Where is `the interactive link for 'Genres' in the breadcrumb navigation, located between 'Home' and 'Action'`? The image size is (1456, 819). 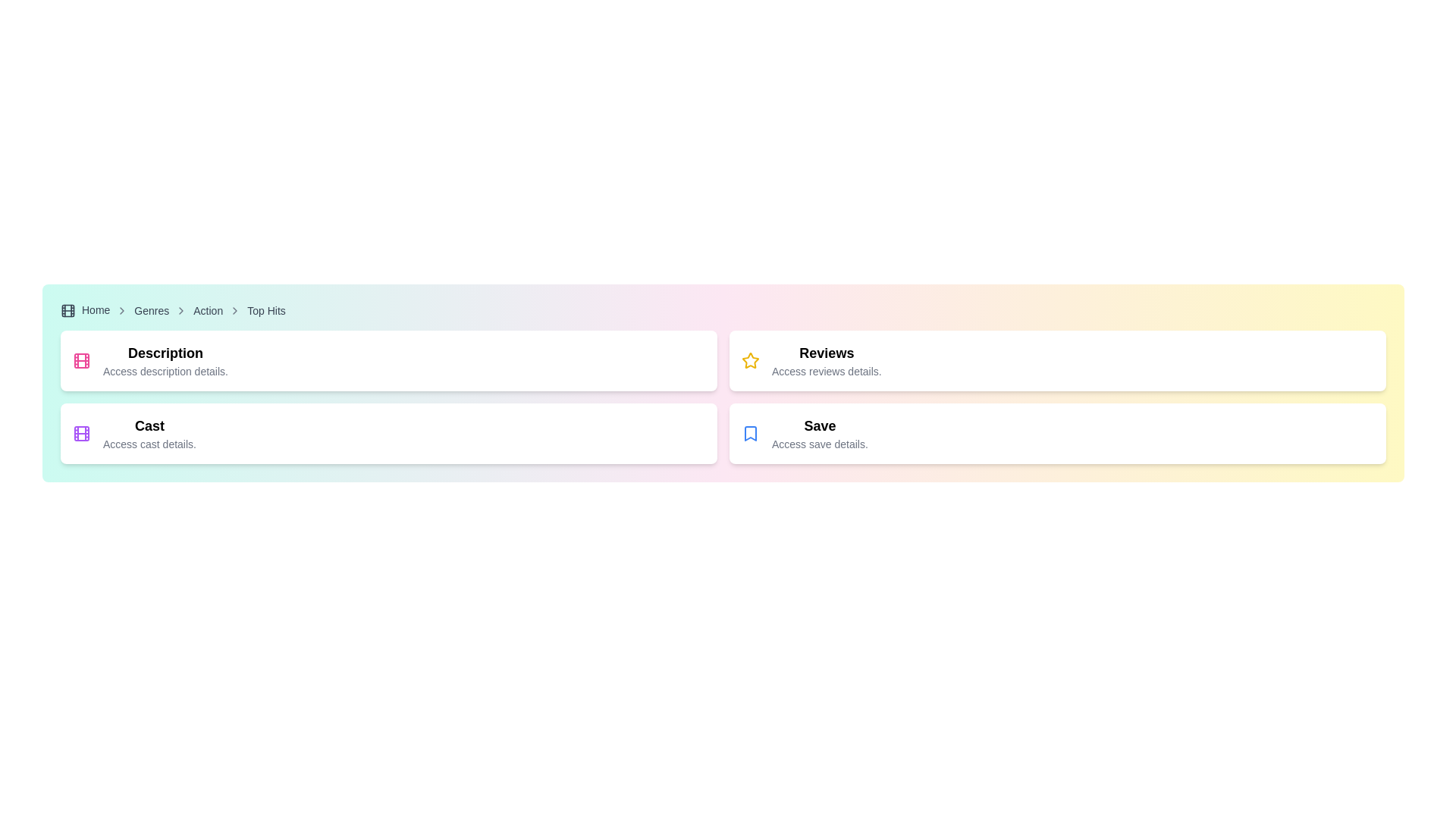
the interactive link for 'Genres' in the breadcrumb navigation, located between 'Home' and 'Action' is located at coordinates (152, 309).